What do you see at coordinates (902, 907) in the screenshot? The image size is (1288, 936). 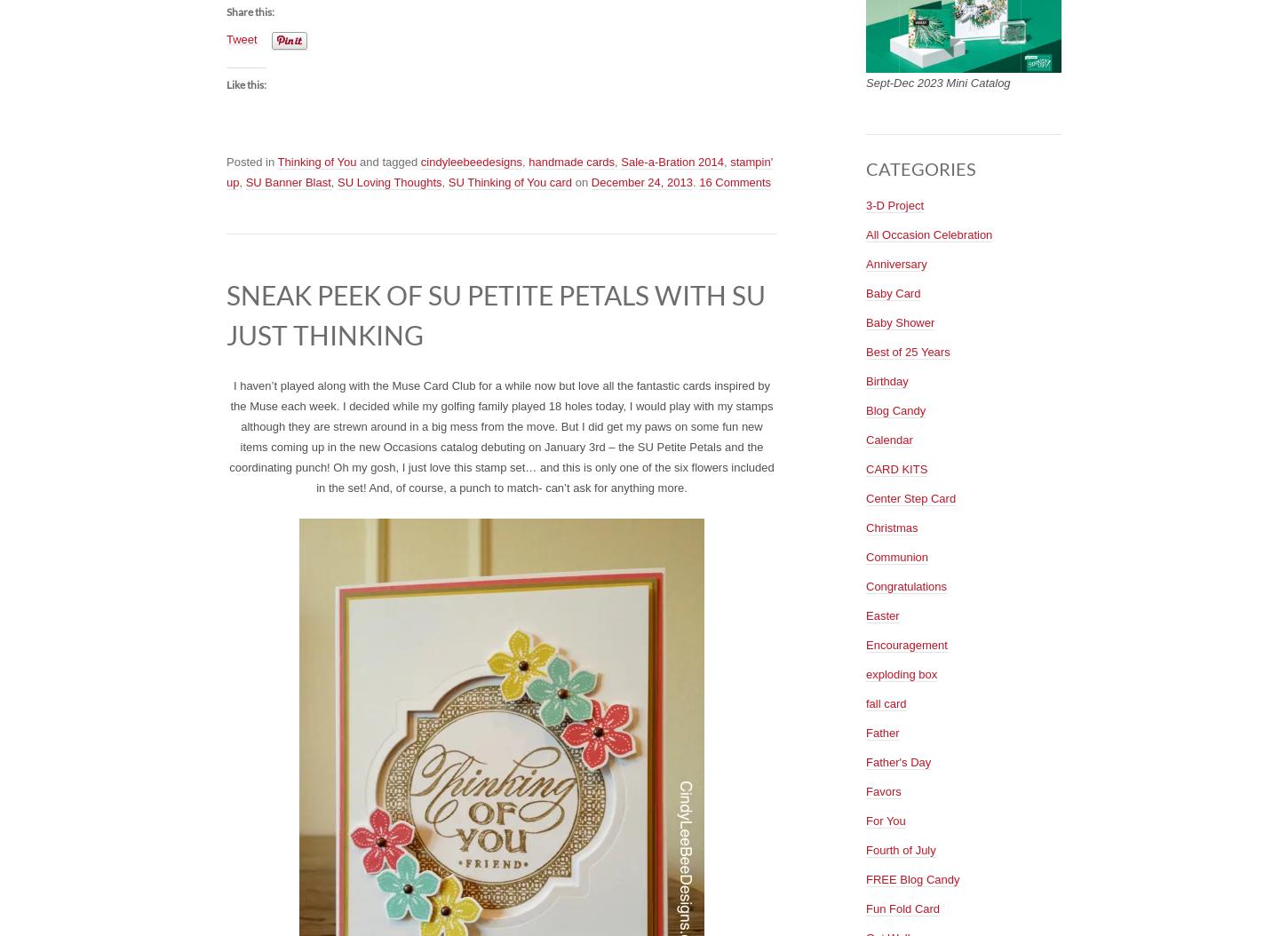 I see `'Fun Fold Card'` at bounding box center [902, 907].